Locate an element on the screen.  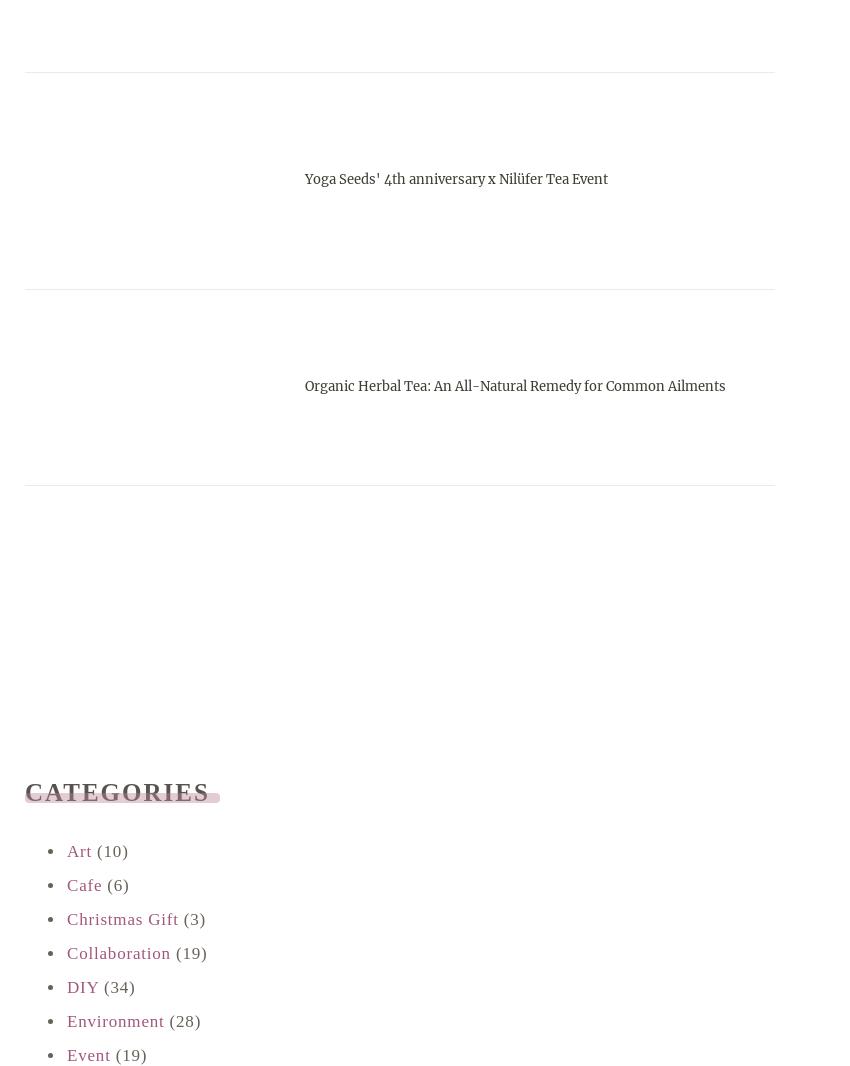
'(34)' is located at coordinates (115, 987).